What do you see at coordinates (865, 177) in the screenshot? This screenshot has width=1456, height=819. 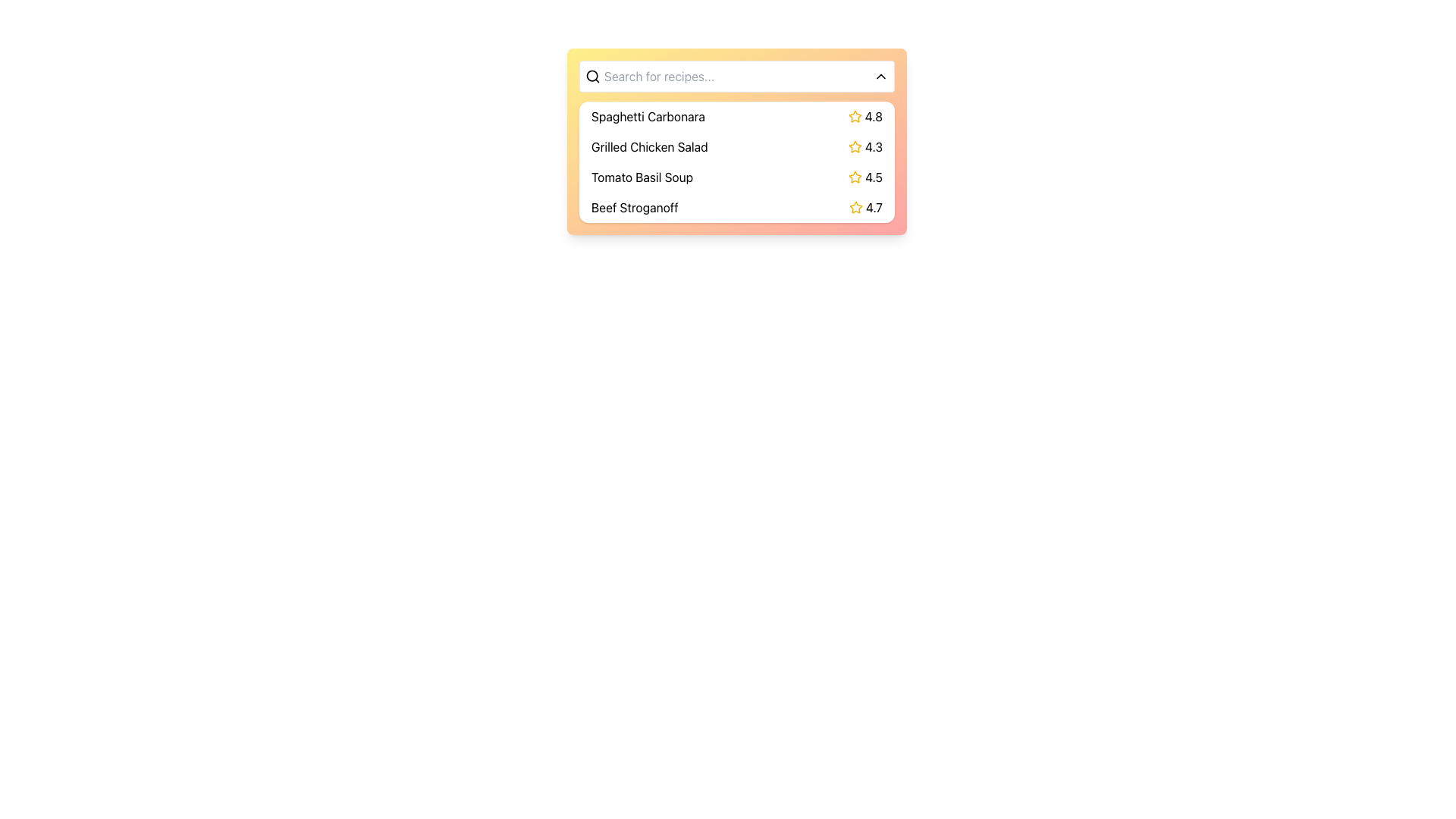 I see `the numerical label displaying '4.5' next to the yellow star icon in the 'Tomato Basil Soup' entry` at bounding box center [865, 177].